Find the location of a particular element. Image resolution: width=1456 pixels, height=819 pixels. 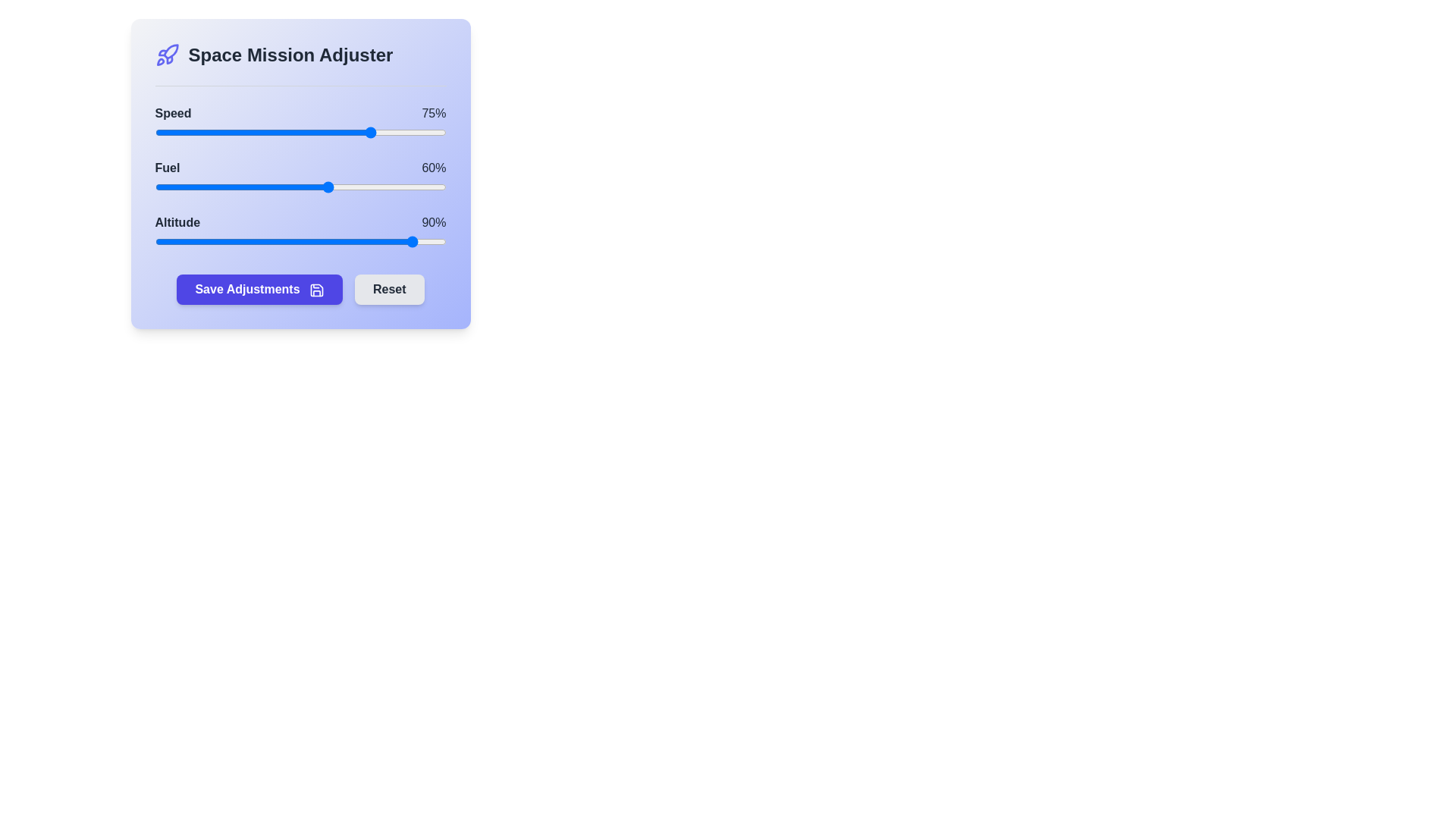

the Rocket icon to interact with it is located at coordinates (167, 55).